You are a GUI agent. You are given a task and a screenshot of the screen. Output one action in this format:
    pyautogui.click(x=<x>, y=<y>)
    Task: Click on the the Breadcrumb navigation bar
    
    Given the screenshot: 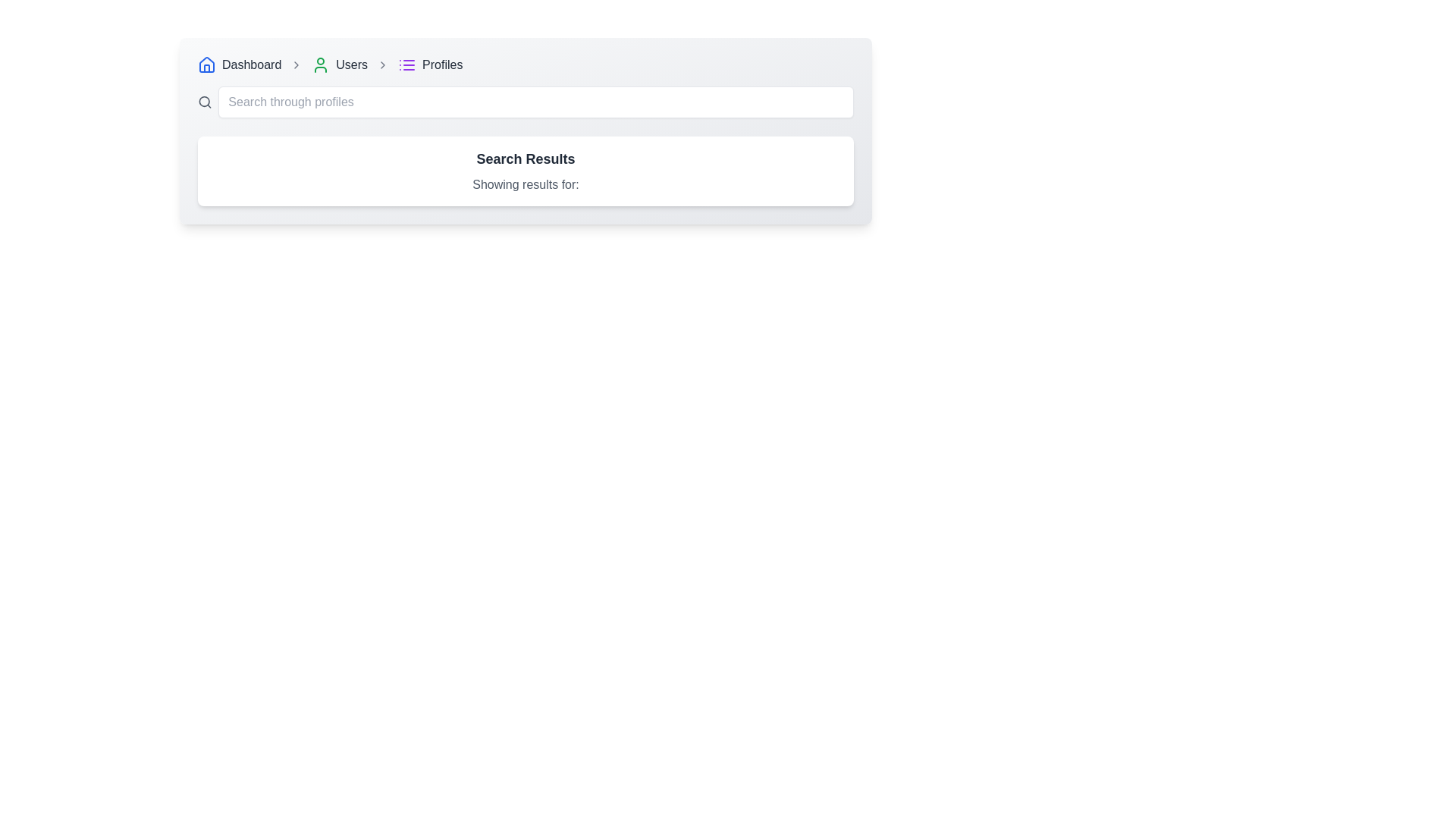 What is the action you would take?
    pyautogui.click(x=526, y=64)
    